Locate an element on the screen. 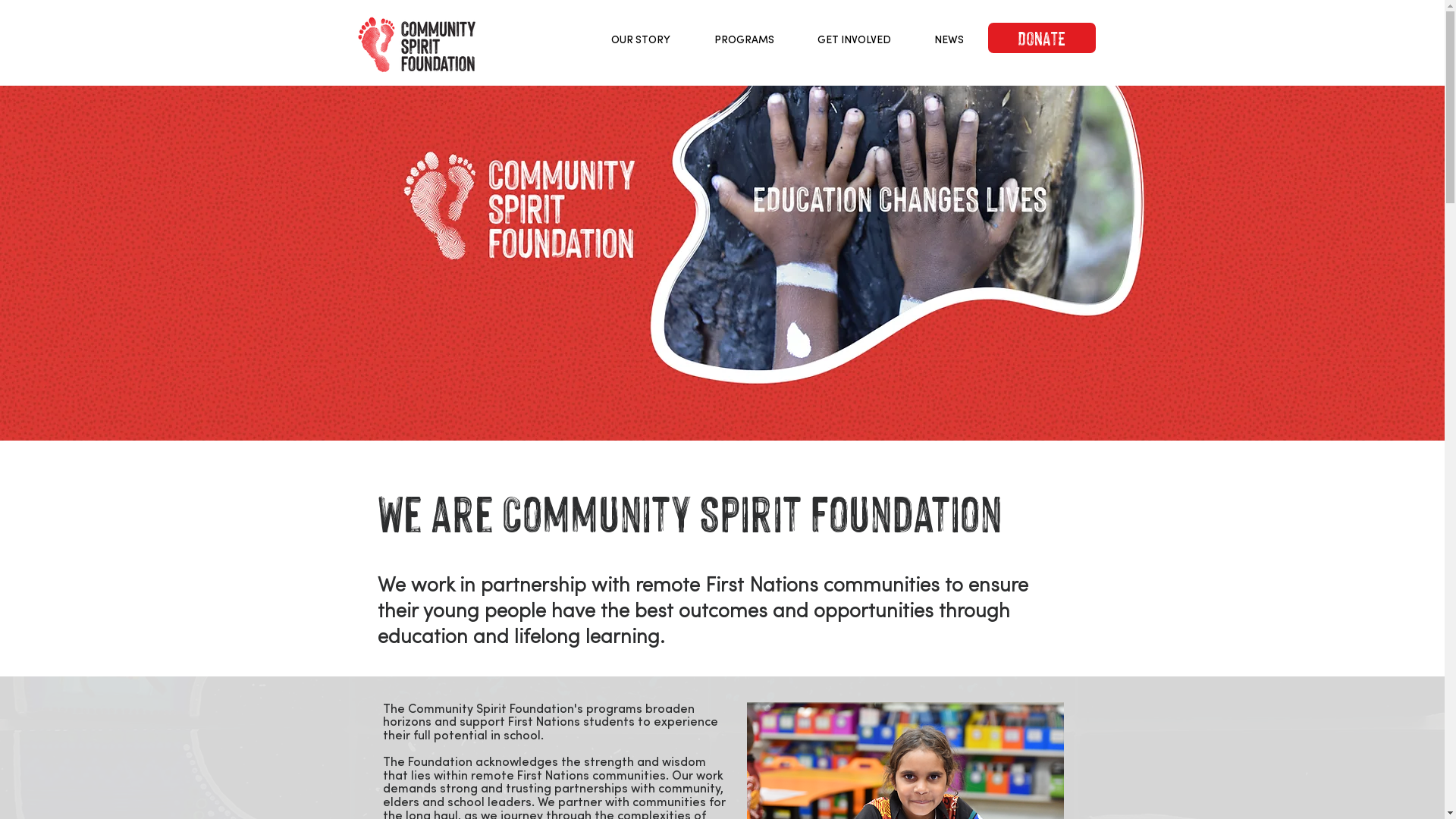 The image size is (1456, 819). 'DONATE' is located at coordinates (987, 37).